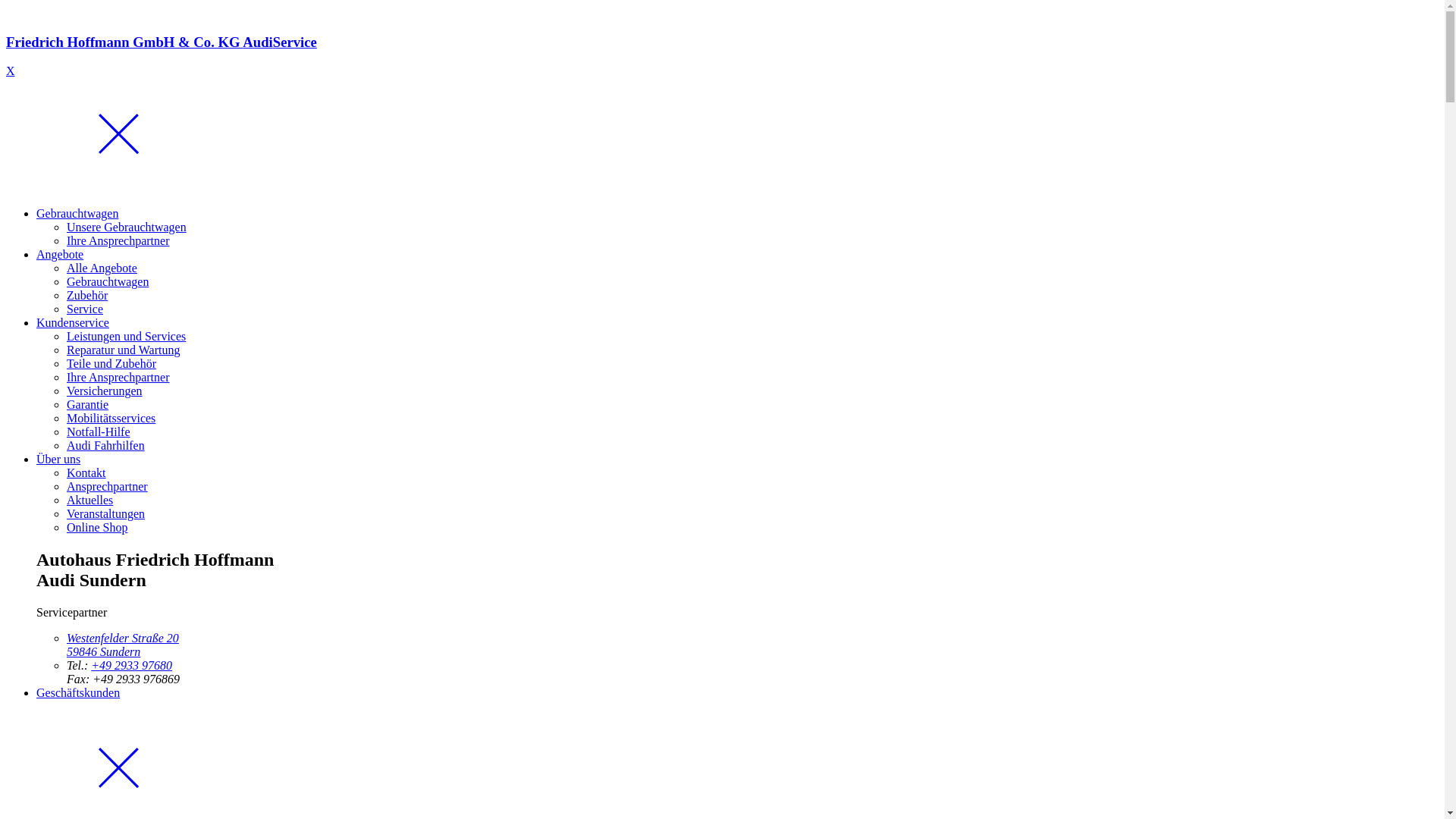 The height and width of the screenshot is (819, 1456). What do you see at coordinates (76, 213) in the screenshot?
I see `'Gebrauchtwagen'` at bounding box center [76, 213].